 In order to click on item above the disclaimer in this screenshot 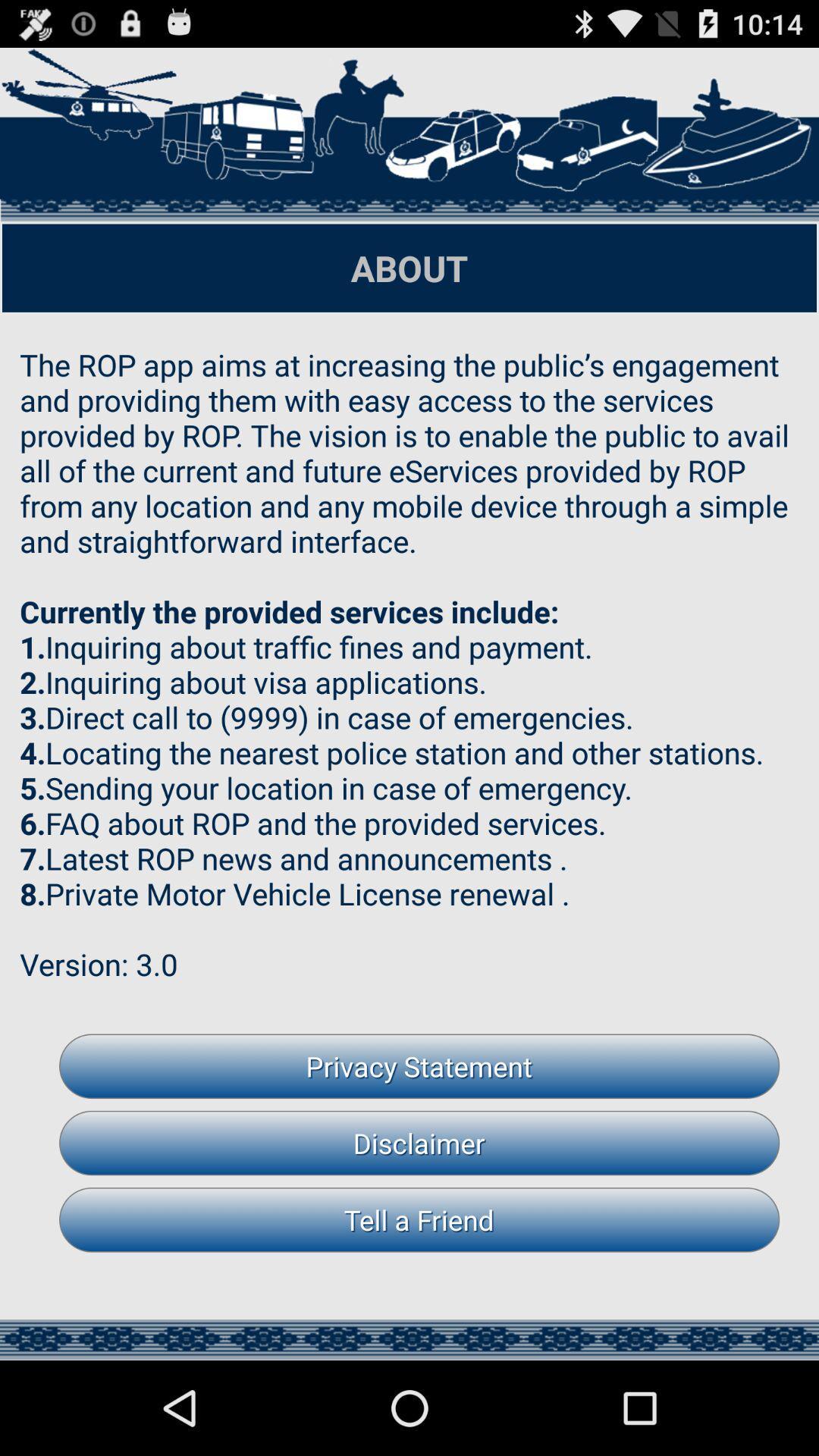, I will do `click(419, 1065)`.